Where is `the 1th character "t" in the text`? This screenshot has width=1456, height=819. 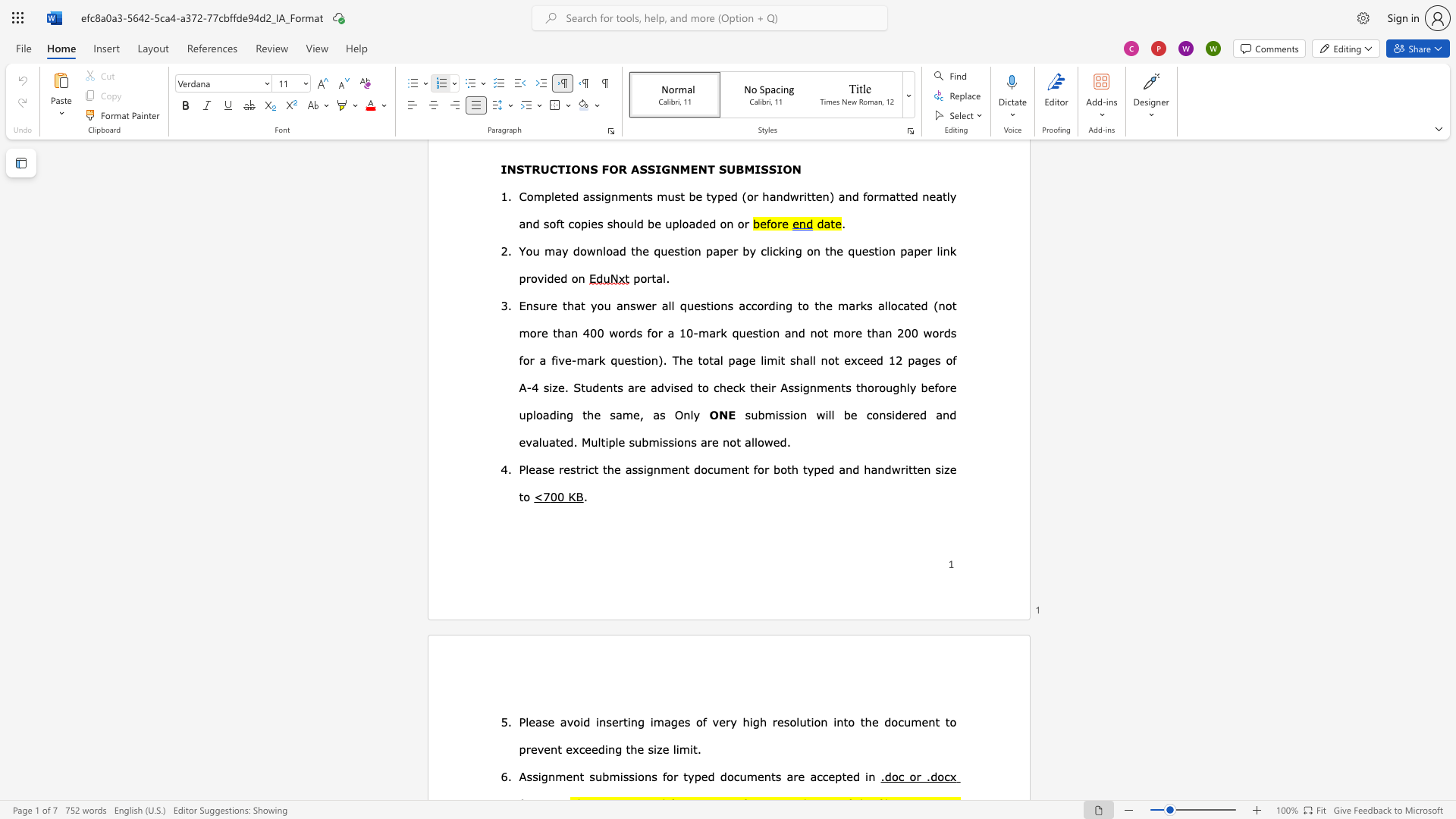 the 1th character "t" in the text is located at coordinates (843, 776).